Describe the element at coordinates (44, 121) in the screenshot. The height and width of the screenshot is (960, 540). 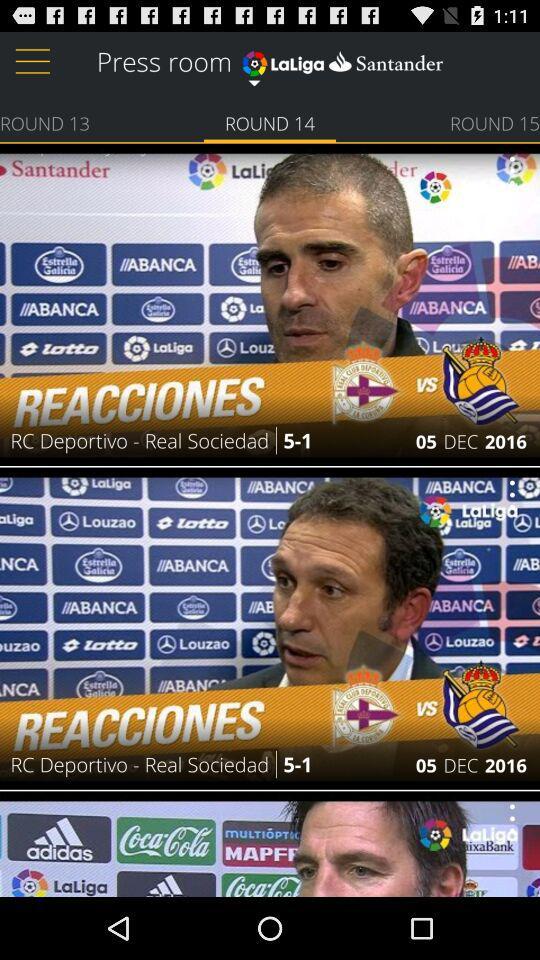
I see `round 13 icon` at that location.